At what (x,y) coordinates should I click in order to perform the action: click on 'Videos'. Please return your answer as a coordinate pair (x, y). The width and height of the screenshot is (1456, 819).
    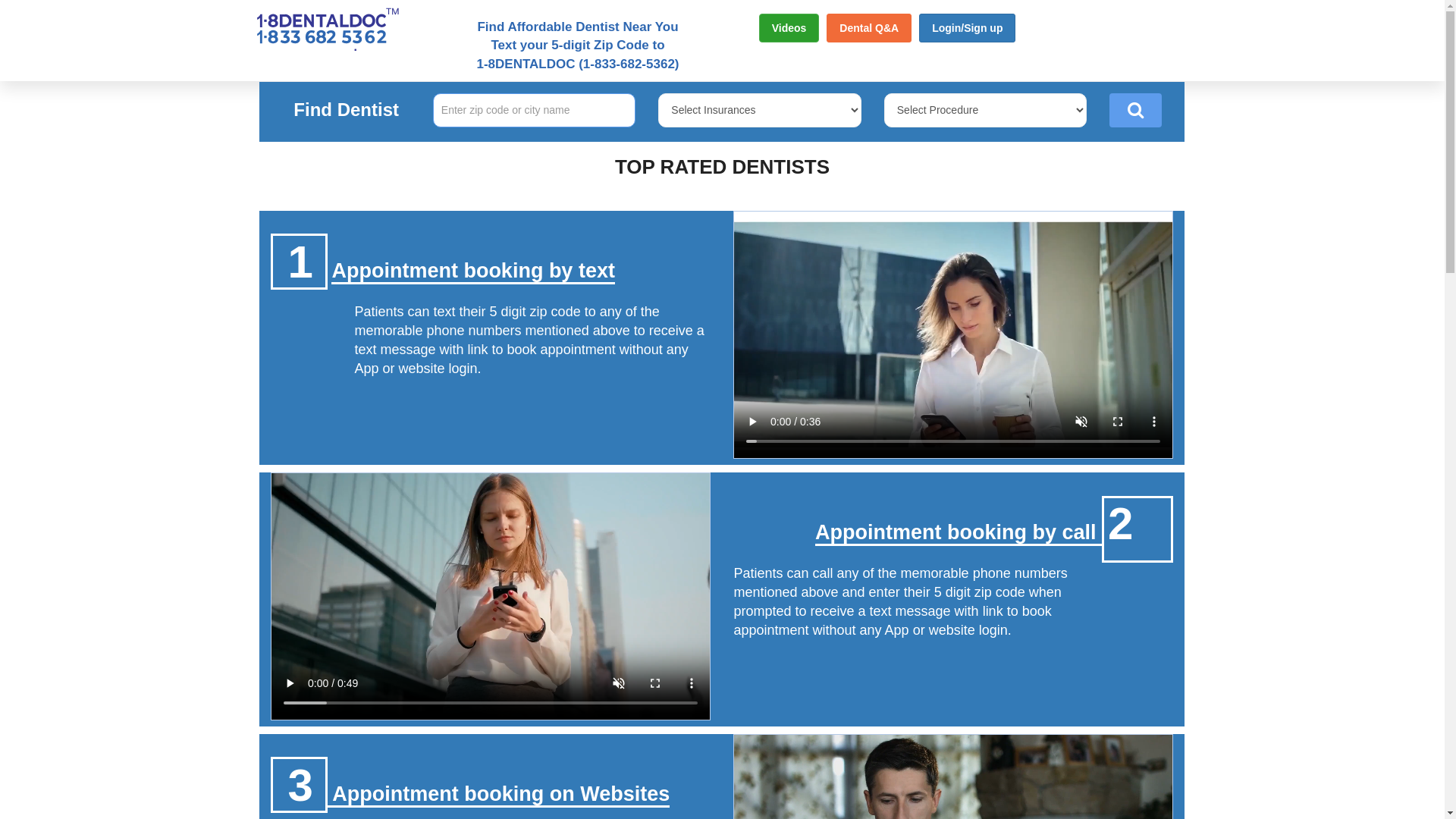
    Looking at the image, I should click on (789, 28).